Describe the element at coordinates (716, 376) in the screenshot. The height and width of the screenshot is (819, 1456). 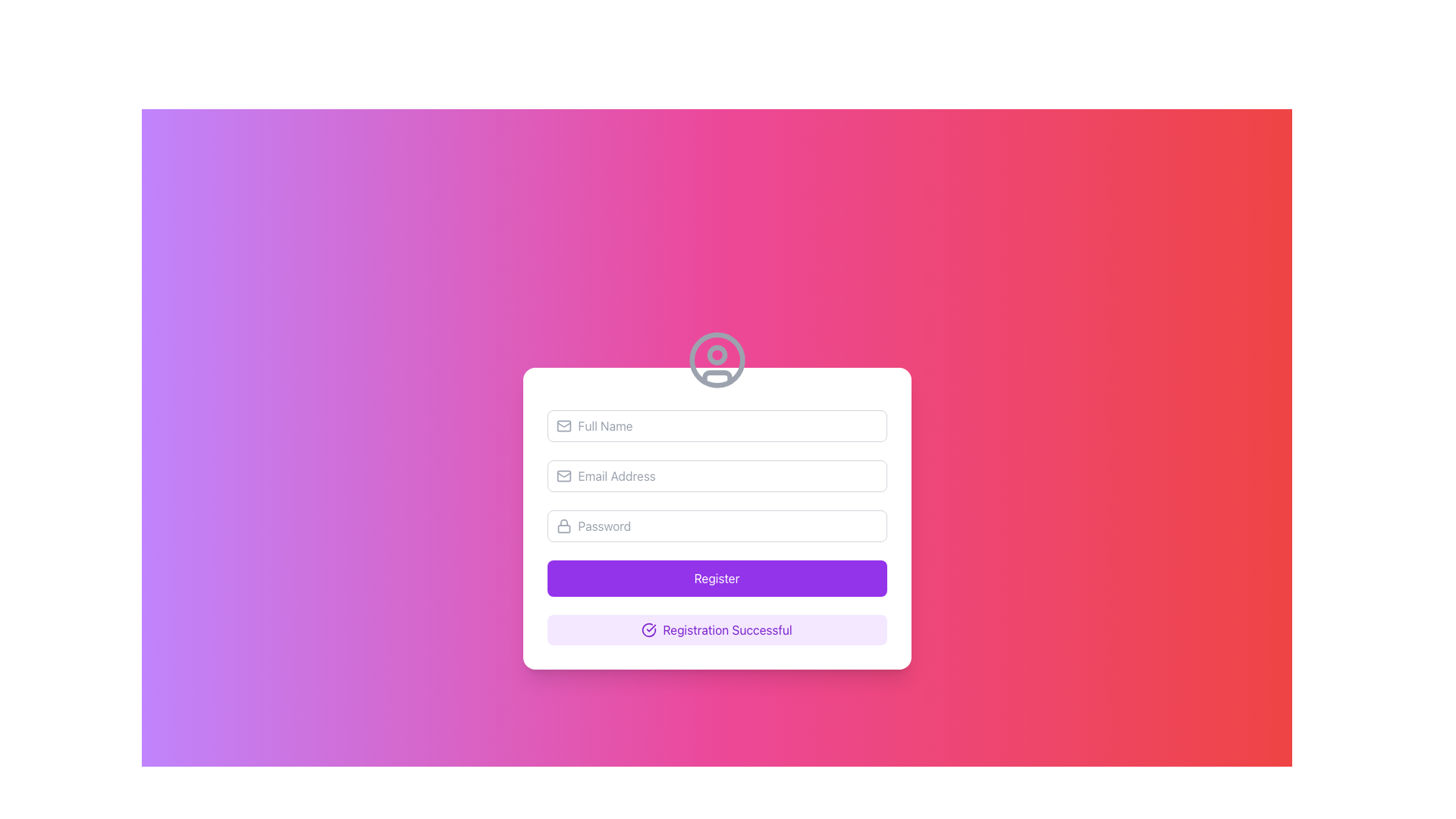
I see `the horizontal bar that represents the lower segment of the user avatar icon located at the top center of the form box` at that location.